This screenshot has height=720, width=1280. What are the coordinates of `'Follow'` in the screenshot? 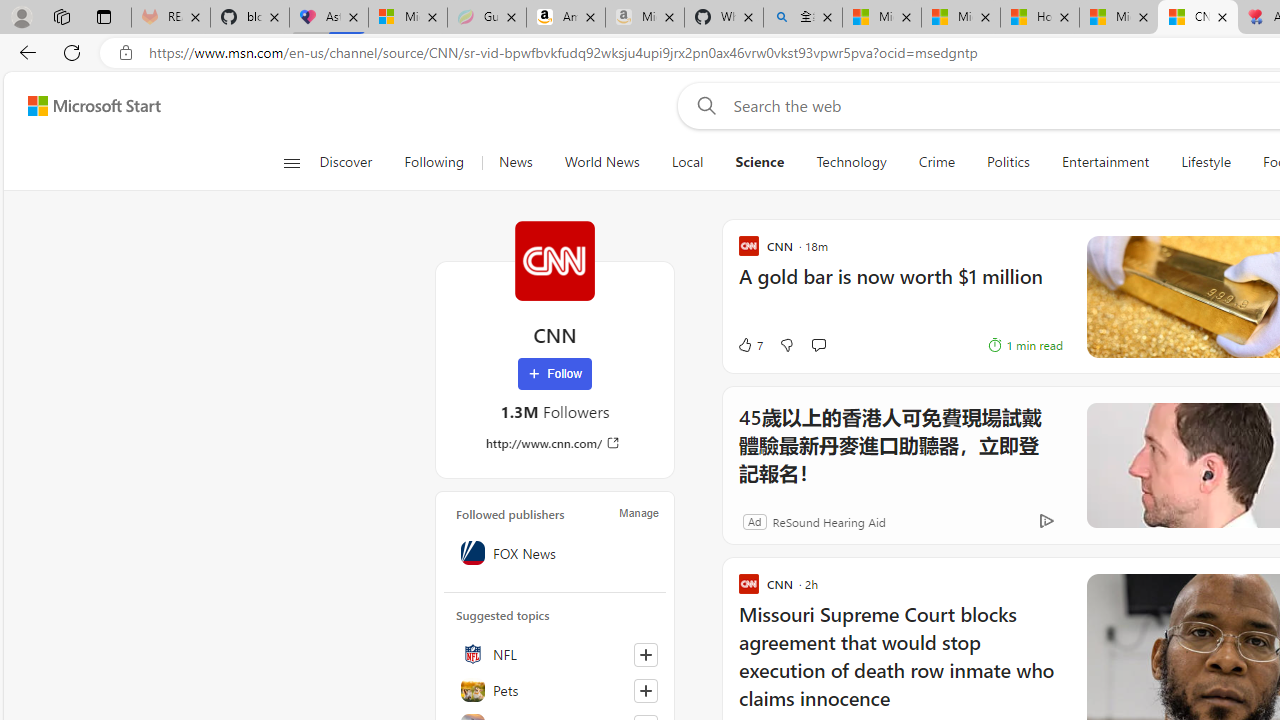 It's located at (554, 374).